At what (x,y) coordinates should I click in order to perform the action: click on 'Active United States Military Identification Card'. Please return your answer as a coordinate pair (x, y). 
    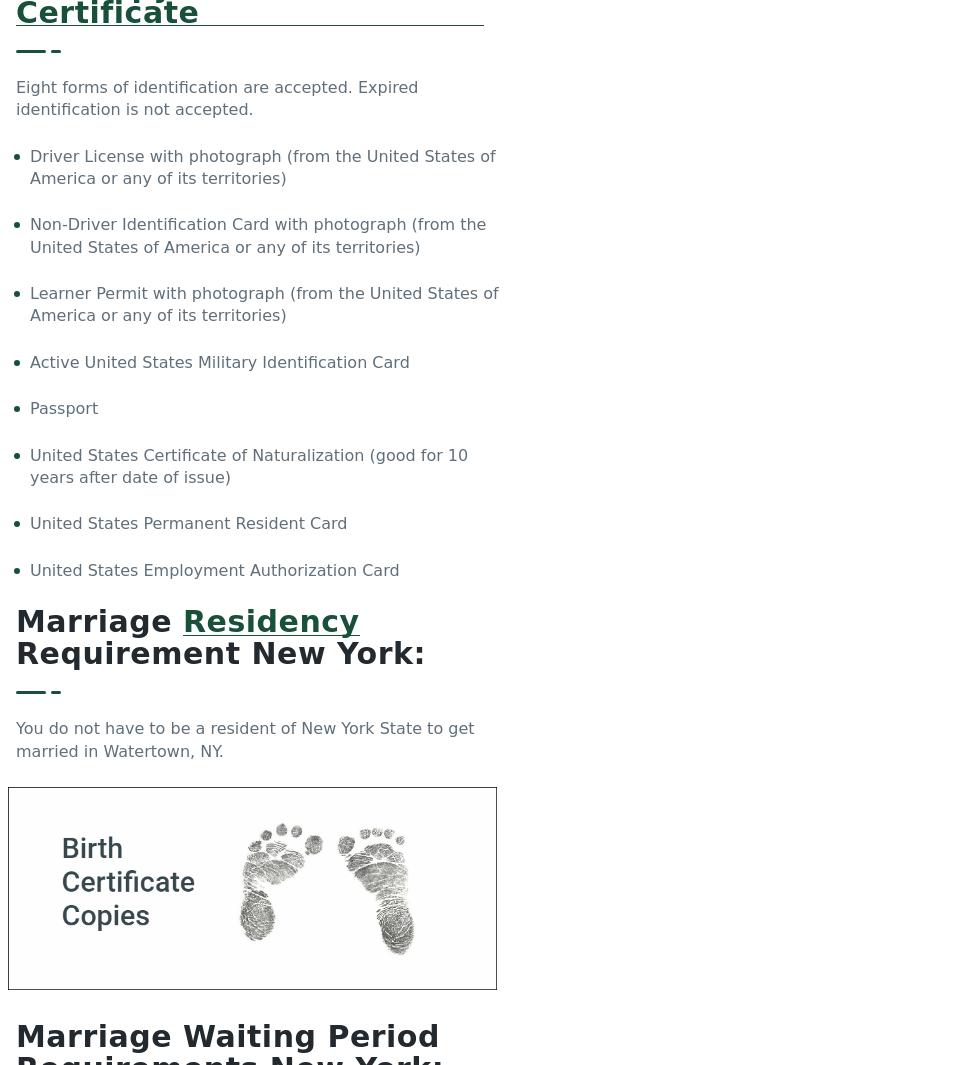
    Looking at the image, I should click on (219, 360).